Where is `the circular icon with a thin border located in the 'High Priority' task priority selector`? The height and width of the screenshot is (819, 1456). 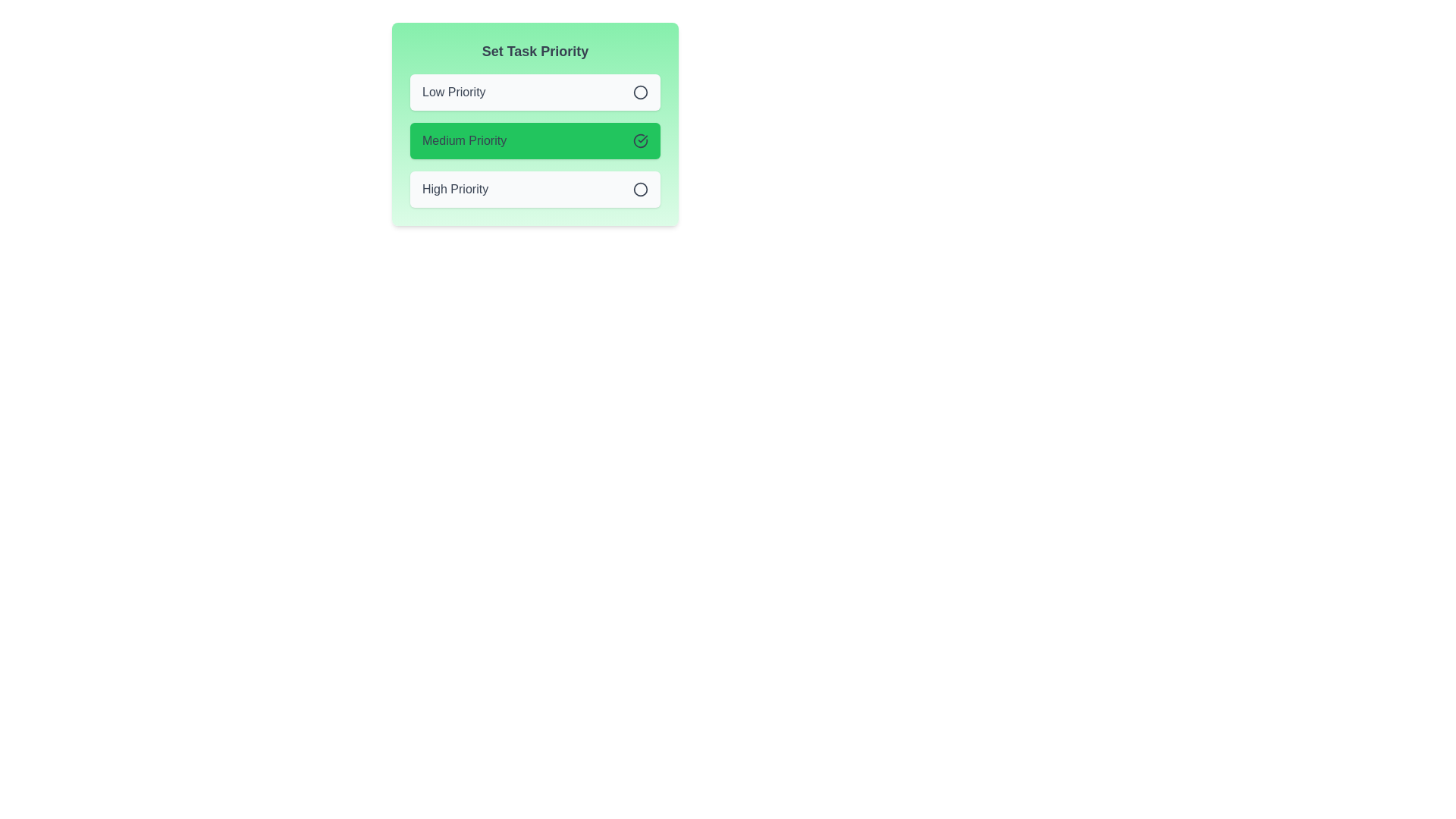 the circular icon with a thin border located in the 'High Priority' task priority selector is located at coordinates (640, 189).